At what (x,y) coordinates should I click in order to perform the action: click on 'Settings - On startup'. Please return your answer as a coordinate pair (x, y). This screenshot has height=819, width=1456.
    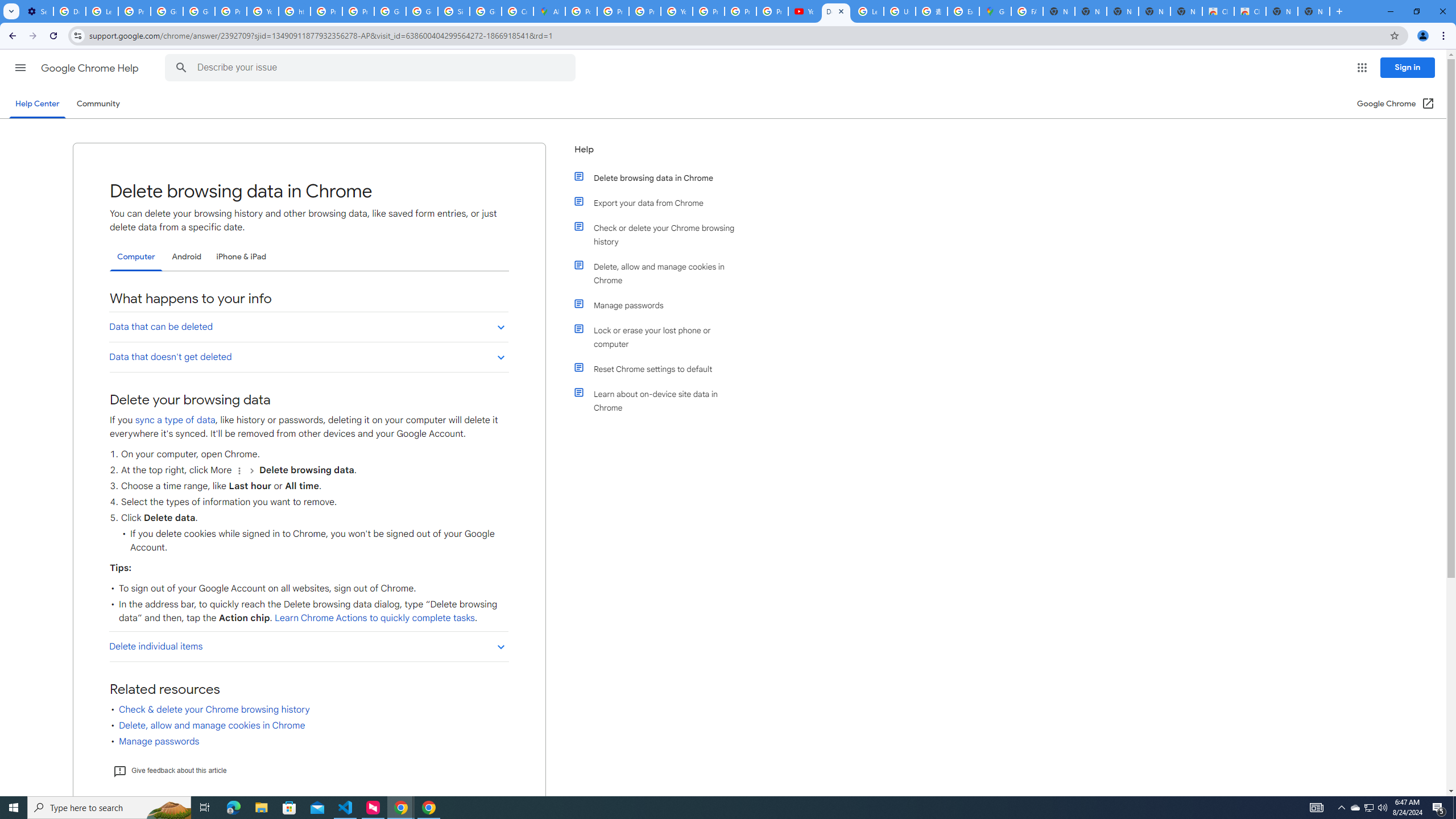
    Looking at the image, I should click on (37, 11).